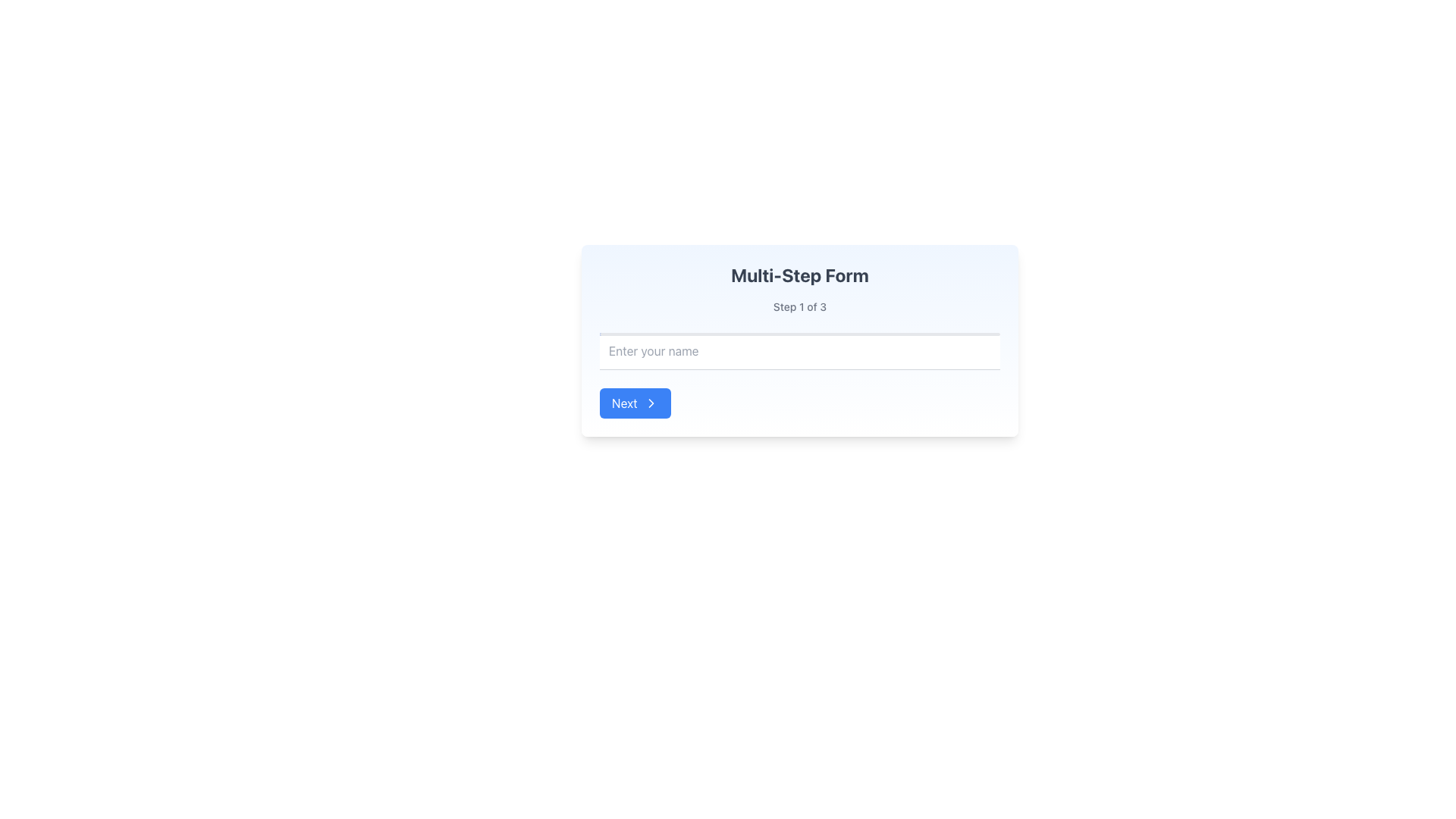  What do you see at coordinates (799, 275) in the screenshot?
I see `the header text that reads 'Multi-Step Form', which is styled in bold, large gray font and center-aligned at the top of the card component` at bounding box center [799, 275].